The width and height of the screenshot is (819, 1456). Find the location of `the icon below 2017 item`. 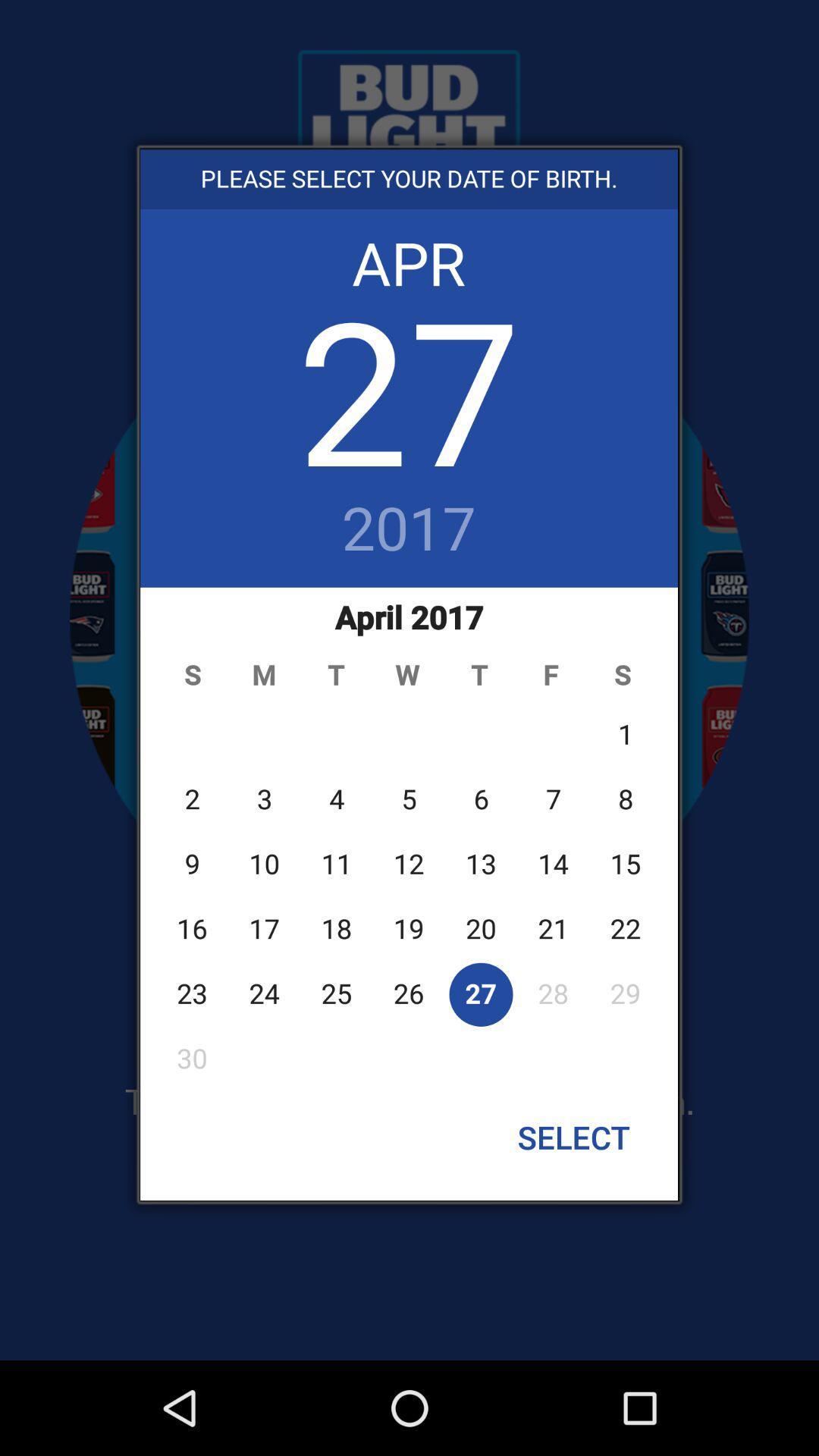

the icon below 2017 item is located at coordinates (408, 837).